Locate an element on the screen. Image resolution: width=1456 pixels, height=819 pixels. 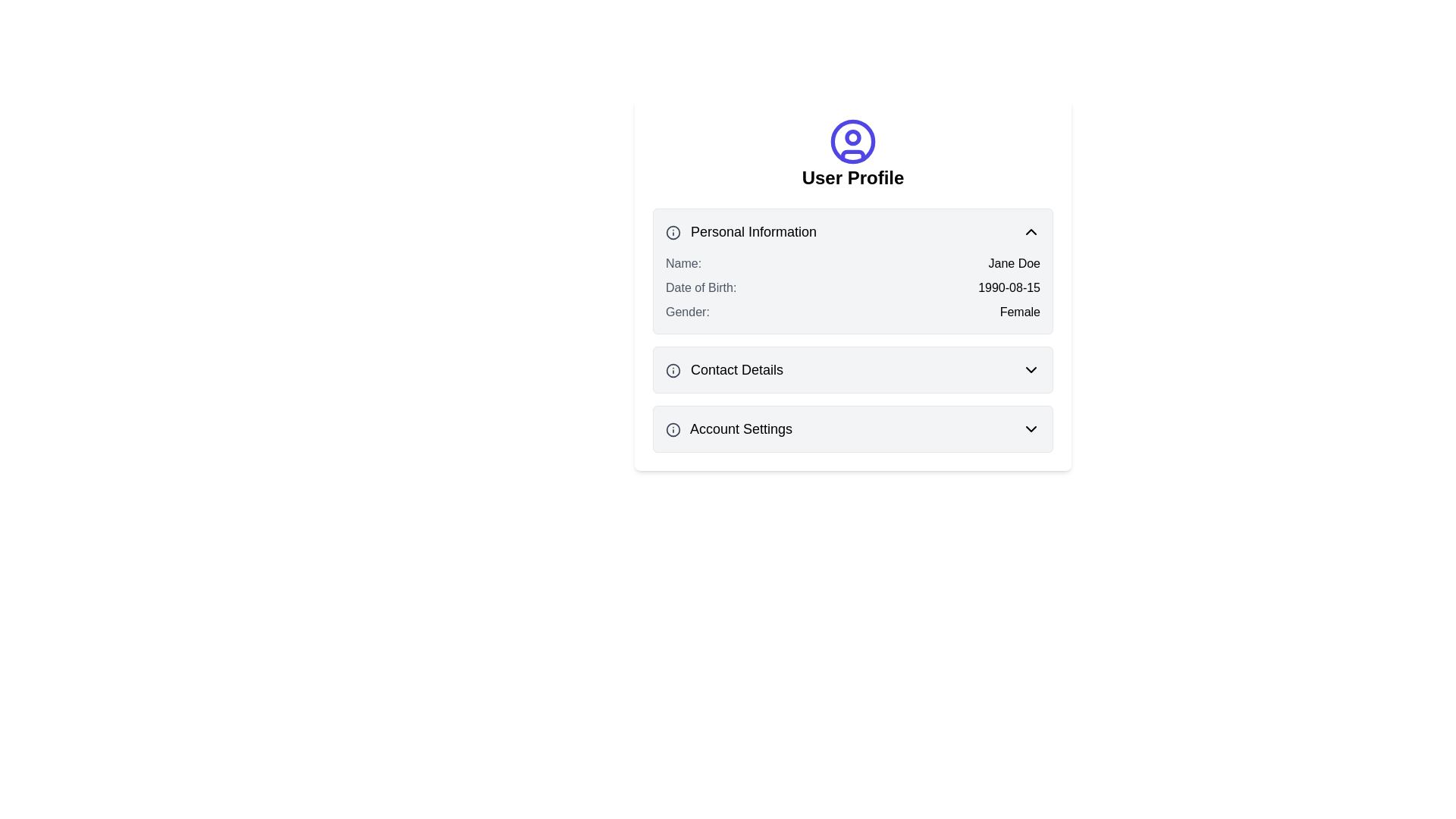
the 'Personal Information' text label, which is styled in bold and acts as a section header in the user profile area is located at coordinates (741, 231).